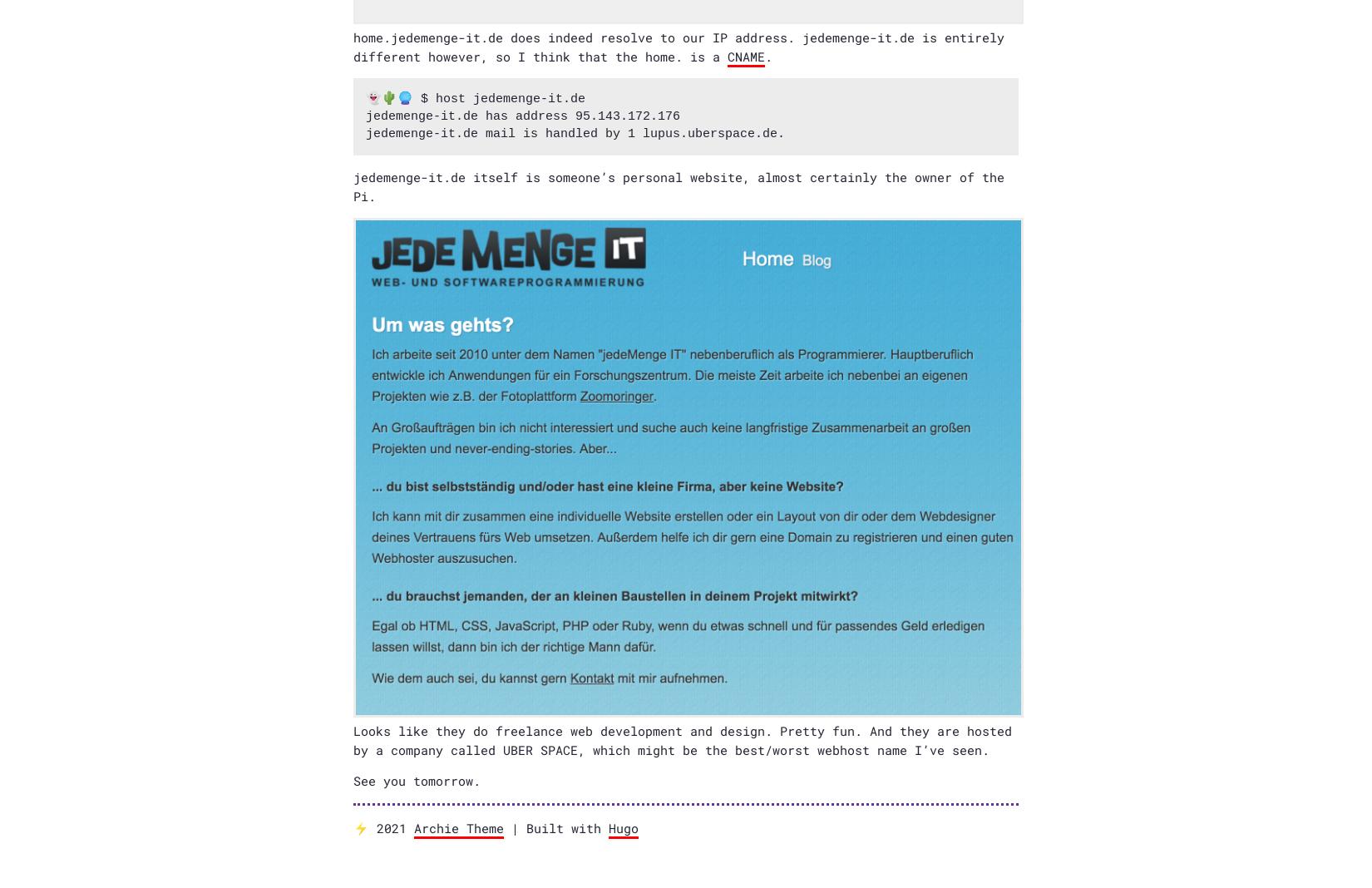 This screenshot has height=888, width=1372. What do you see at coordinates (416, 780) in the screenshot?
I see `'See you tomorrow.'` at bounding box center [416, 780].